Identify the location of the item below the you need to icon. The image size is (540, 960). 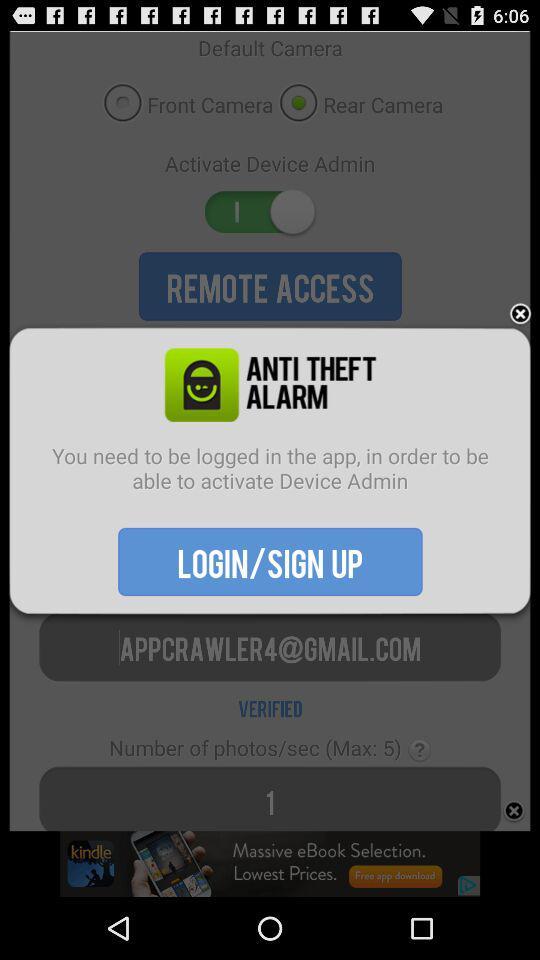
(270, 561).